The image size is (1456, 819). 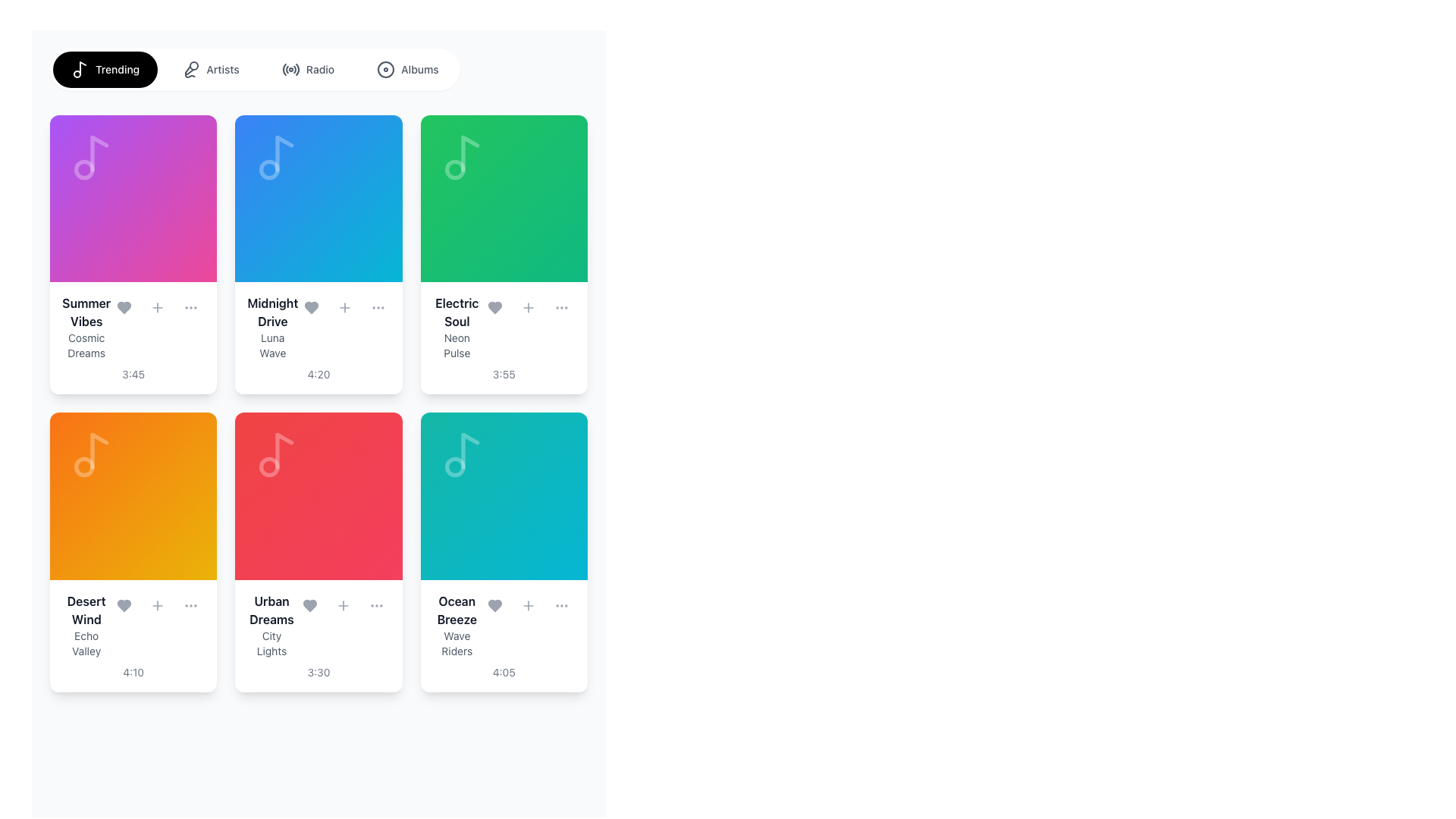 What do you see at coordinates (83, 169) in the screenshot?
I see `the graphical circle element within the SVG that enhances the musical note icon on the 'Summer Vibes' card` at bounding box center [83, 169].